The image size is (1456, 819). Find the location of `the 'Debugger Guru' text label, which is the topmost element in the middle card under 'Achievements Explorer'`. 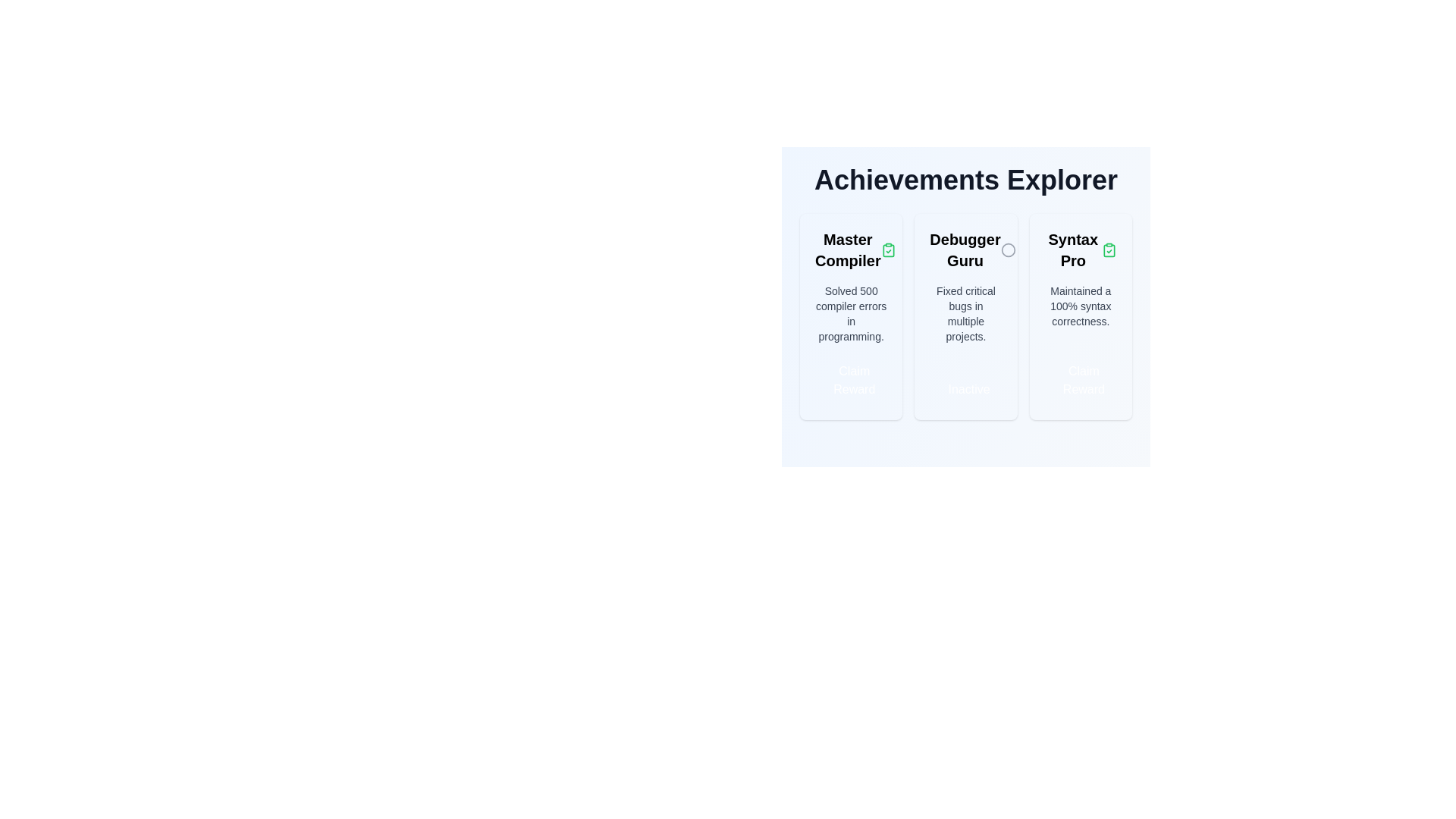

the 'Debugger Guru' text label, which is the topmost element in the middle card under 'Achievements Explorer' is located at coordinates (965, 249).